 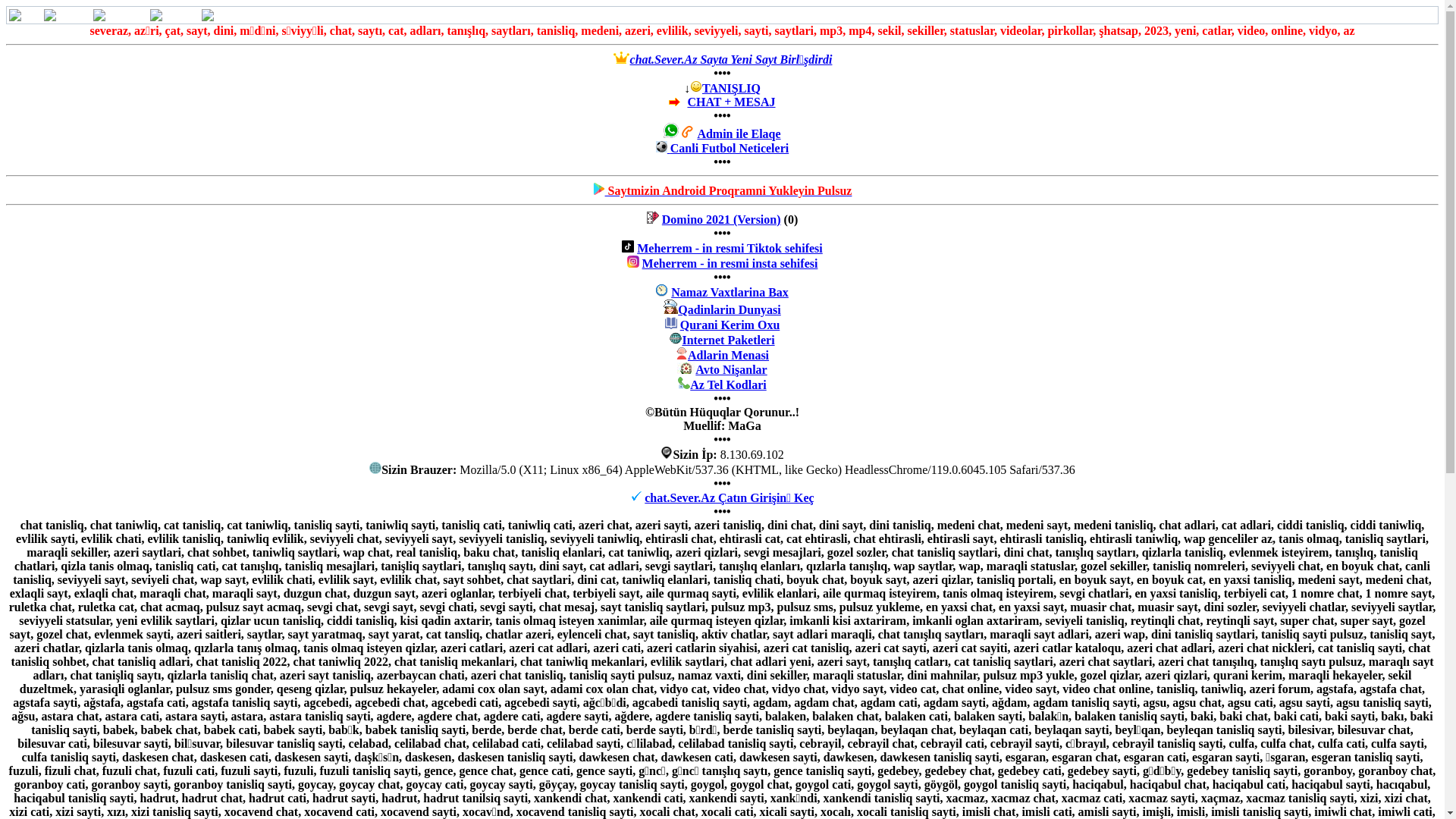 I want to click on 'CHAT + MESAJ', so click(x=686, y=102).